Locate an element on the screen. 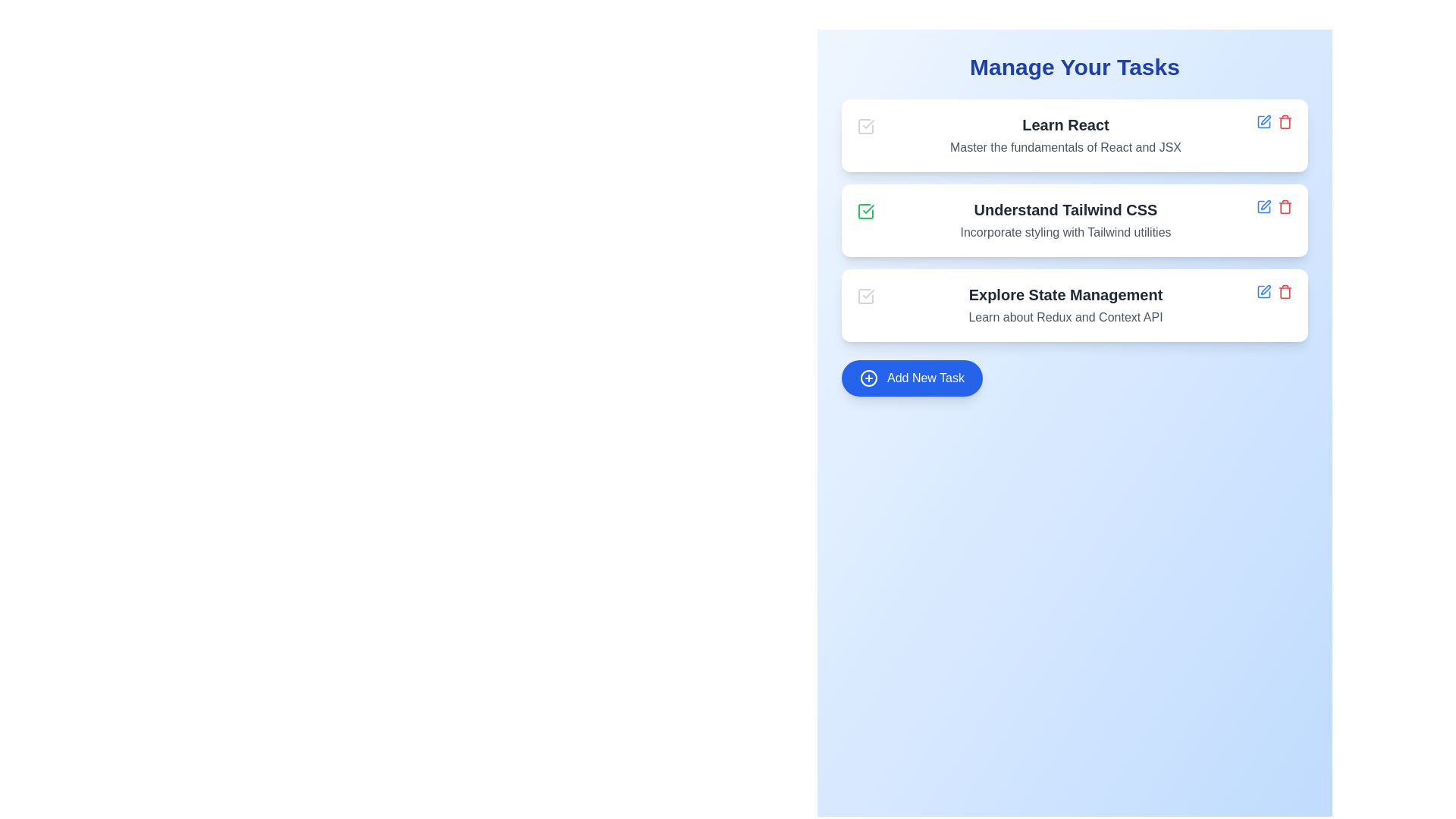  the task title within the structured task item component is located at coordinates (1074, 220).